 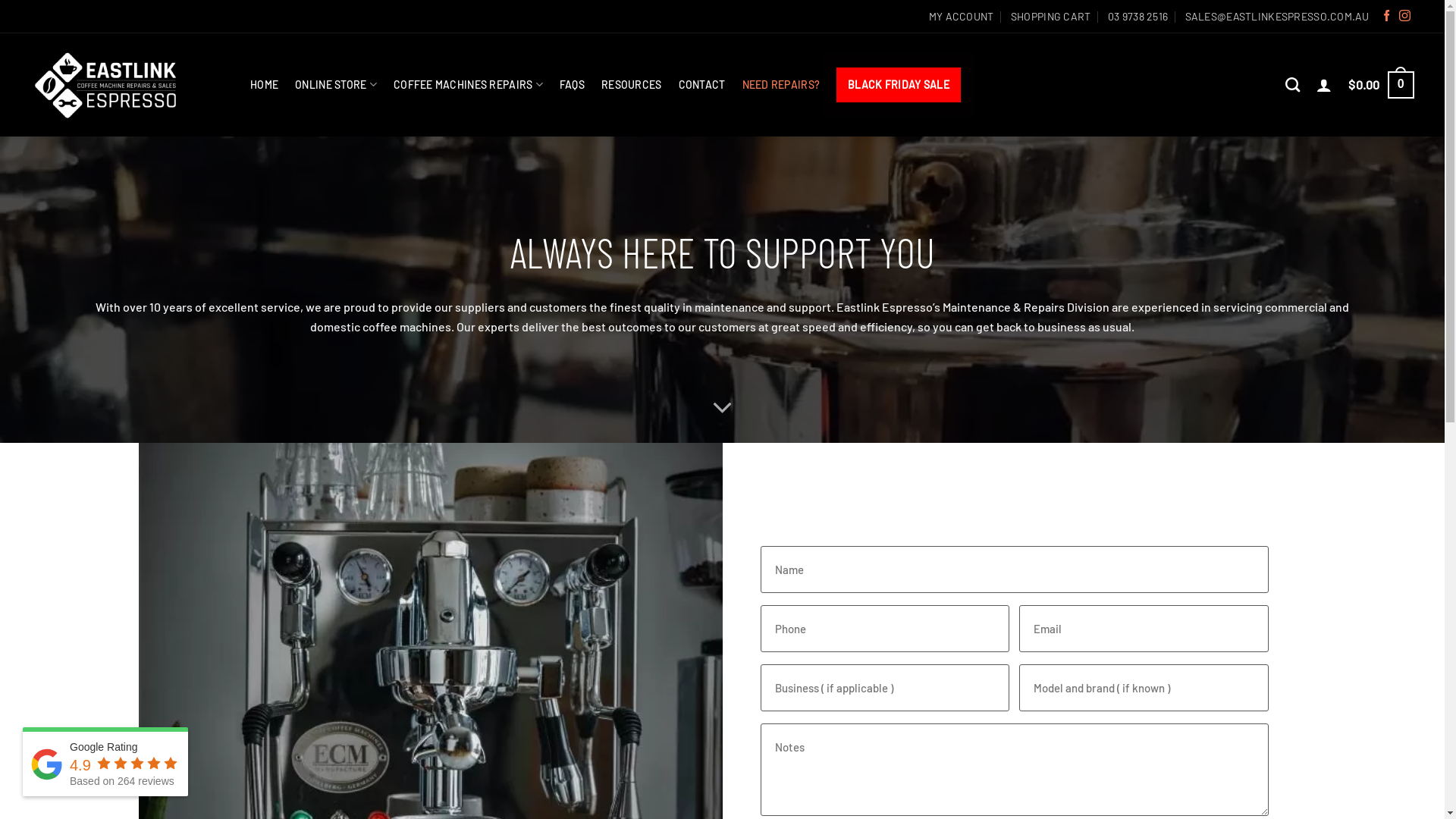 I want to click on 'SALES@EASTLINKESPRESSO.COM.AU', so click(x=1276, y=15).